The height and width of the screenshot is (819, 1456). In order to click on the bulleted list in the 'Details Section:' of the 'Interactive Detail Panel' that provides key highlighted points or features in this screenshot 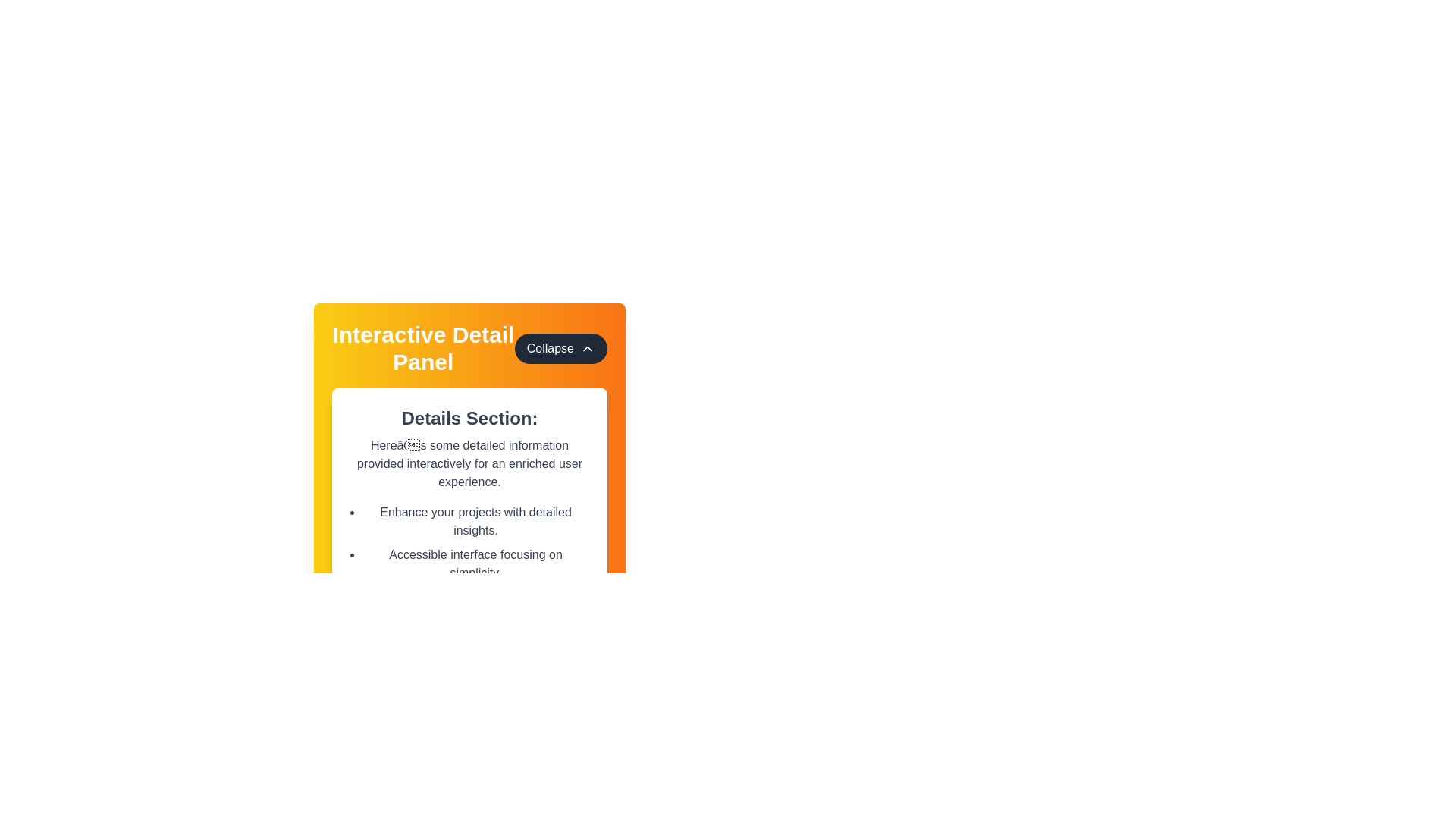, I will do `click(475, 564)`.